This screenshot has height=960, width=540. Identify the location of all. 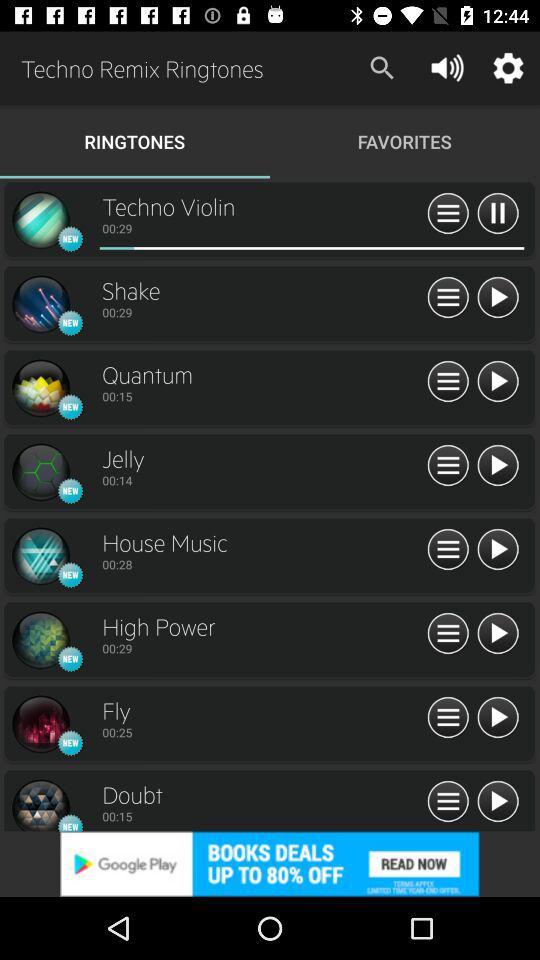
(448, 297).